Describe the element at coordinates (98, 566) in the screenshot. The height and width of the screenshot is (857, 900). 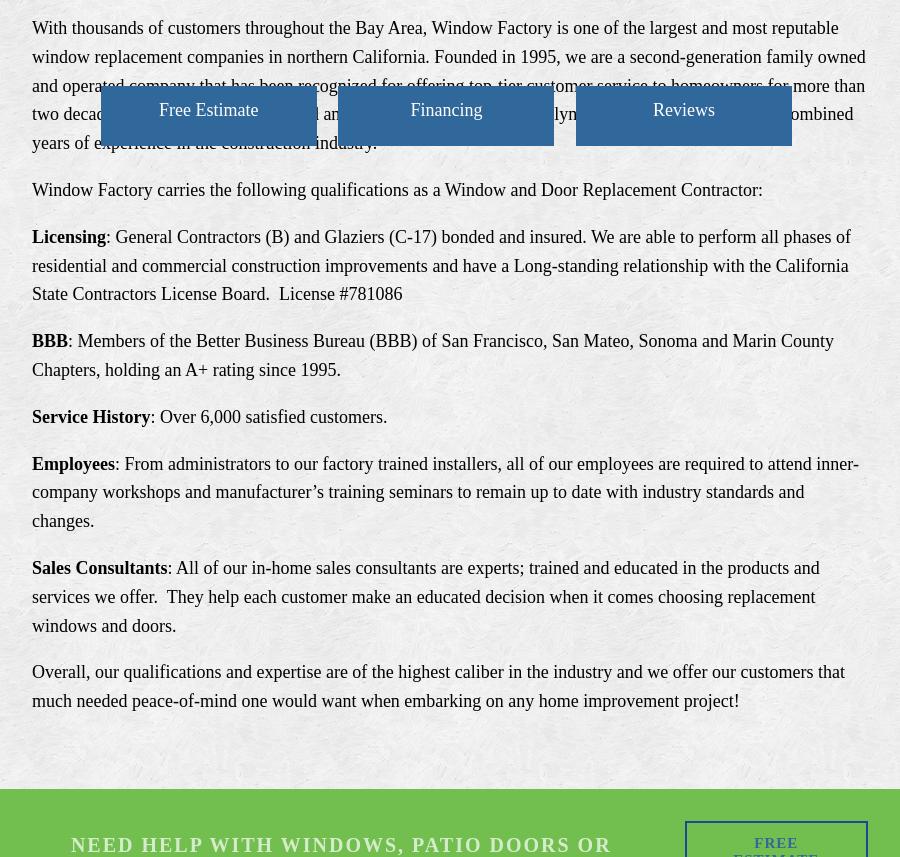
I see `'Sales Consultants'` at that location.